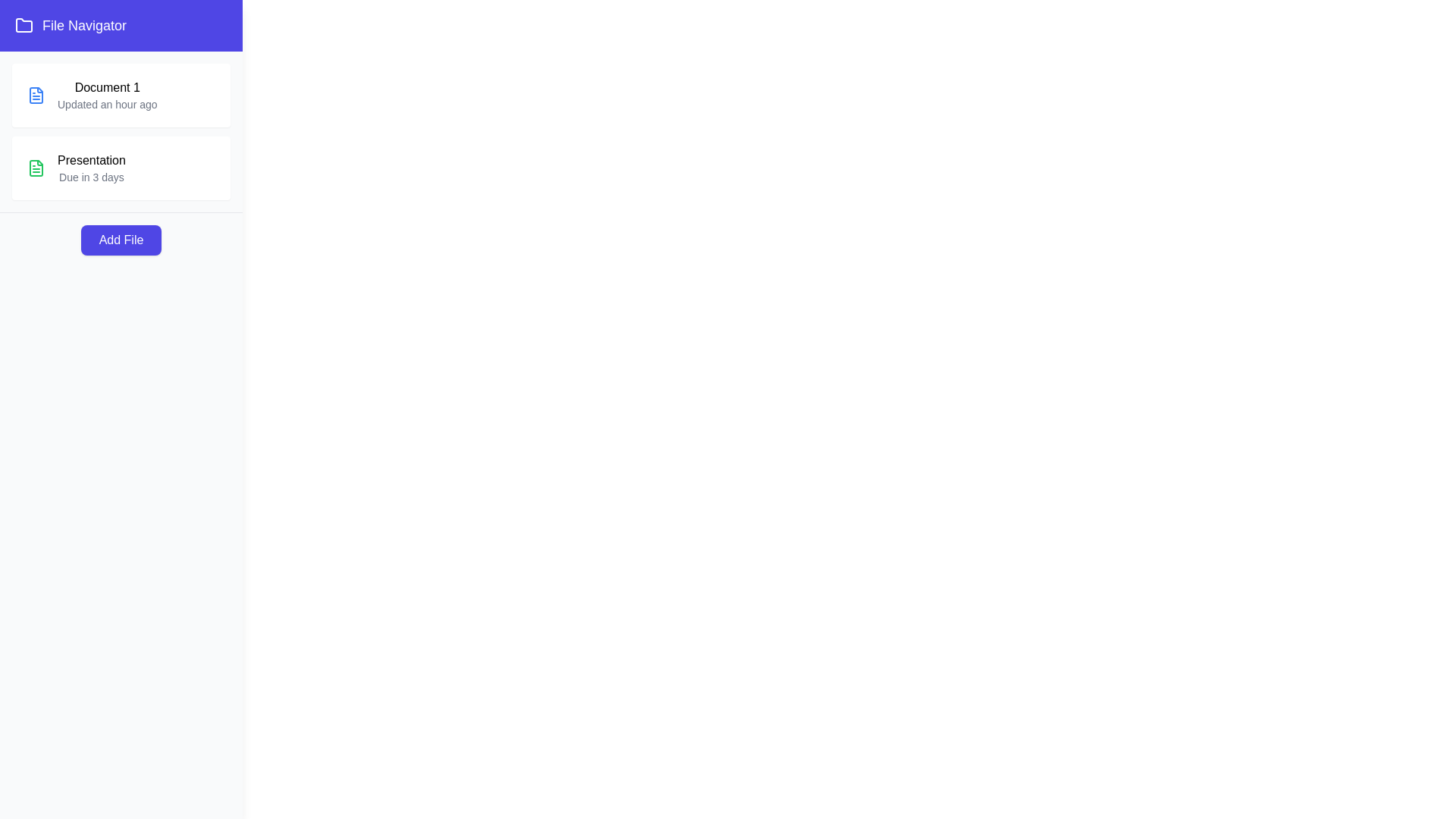 This screenshot has width=1456, height=819. What do you see at coordinates (120, 239) in the screenshot?
I see `'Add File' button to initiate the file addition process` at bounding box center [120, 239].